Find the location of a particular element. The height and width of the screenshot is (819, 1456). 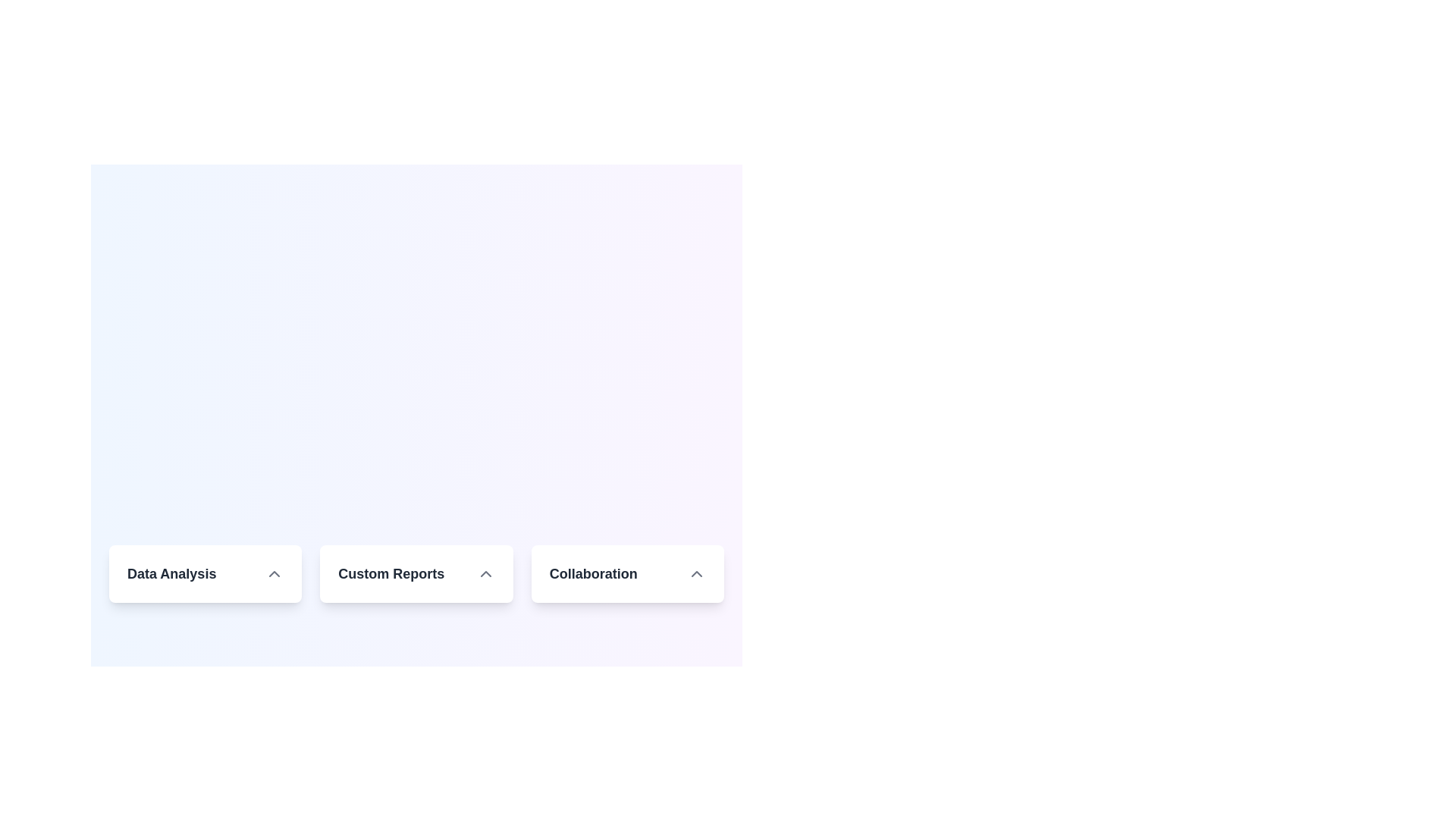

text from the 'Custom Reports' label, which is a large, bold, dark gray text centered within the second button of a horizontal row of buttons is located at coordinates (391, 573).